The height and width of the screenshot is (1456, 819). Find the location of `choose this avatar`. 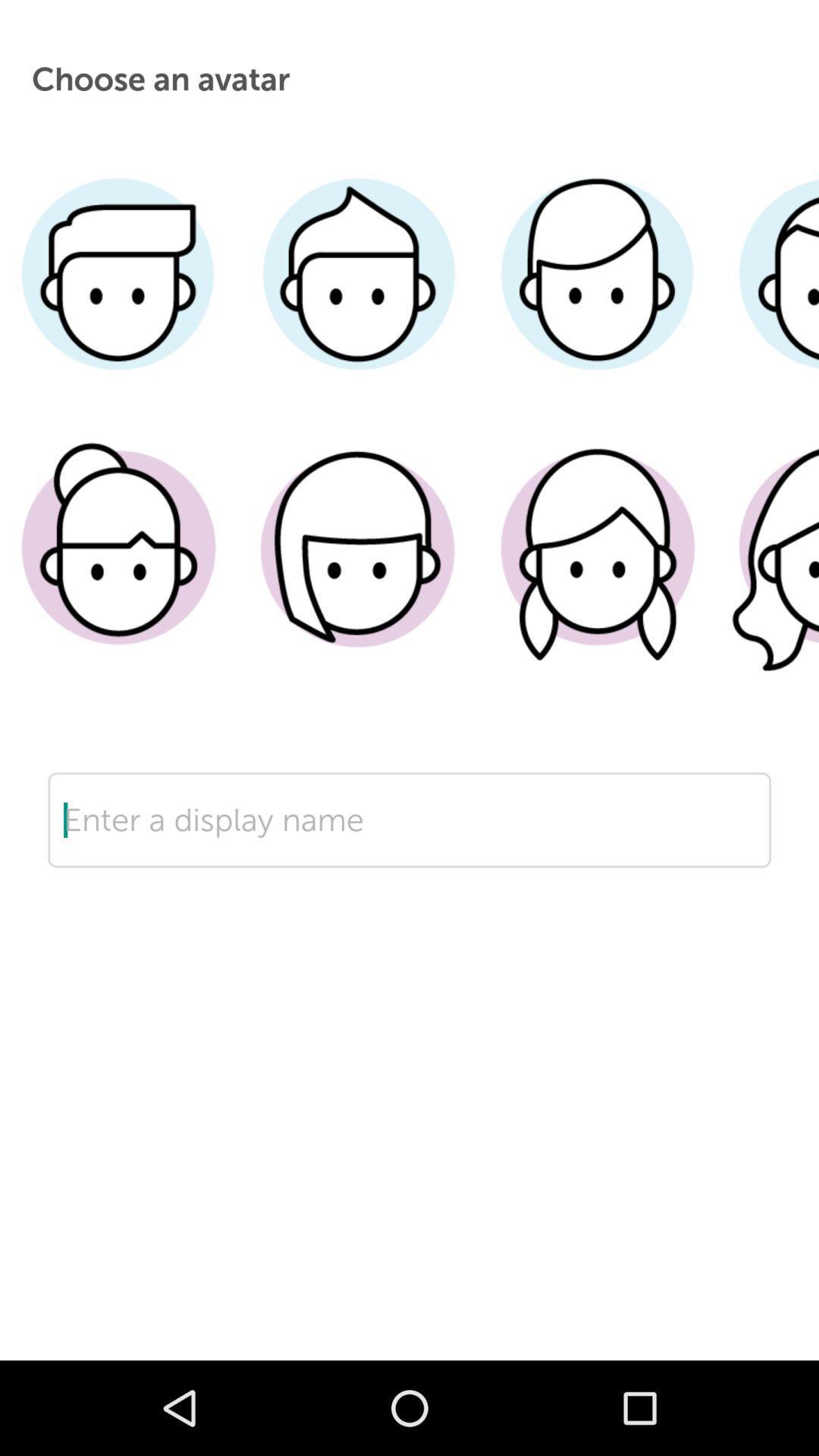

choose this avatar is located at coordinates (596, 570).